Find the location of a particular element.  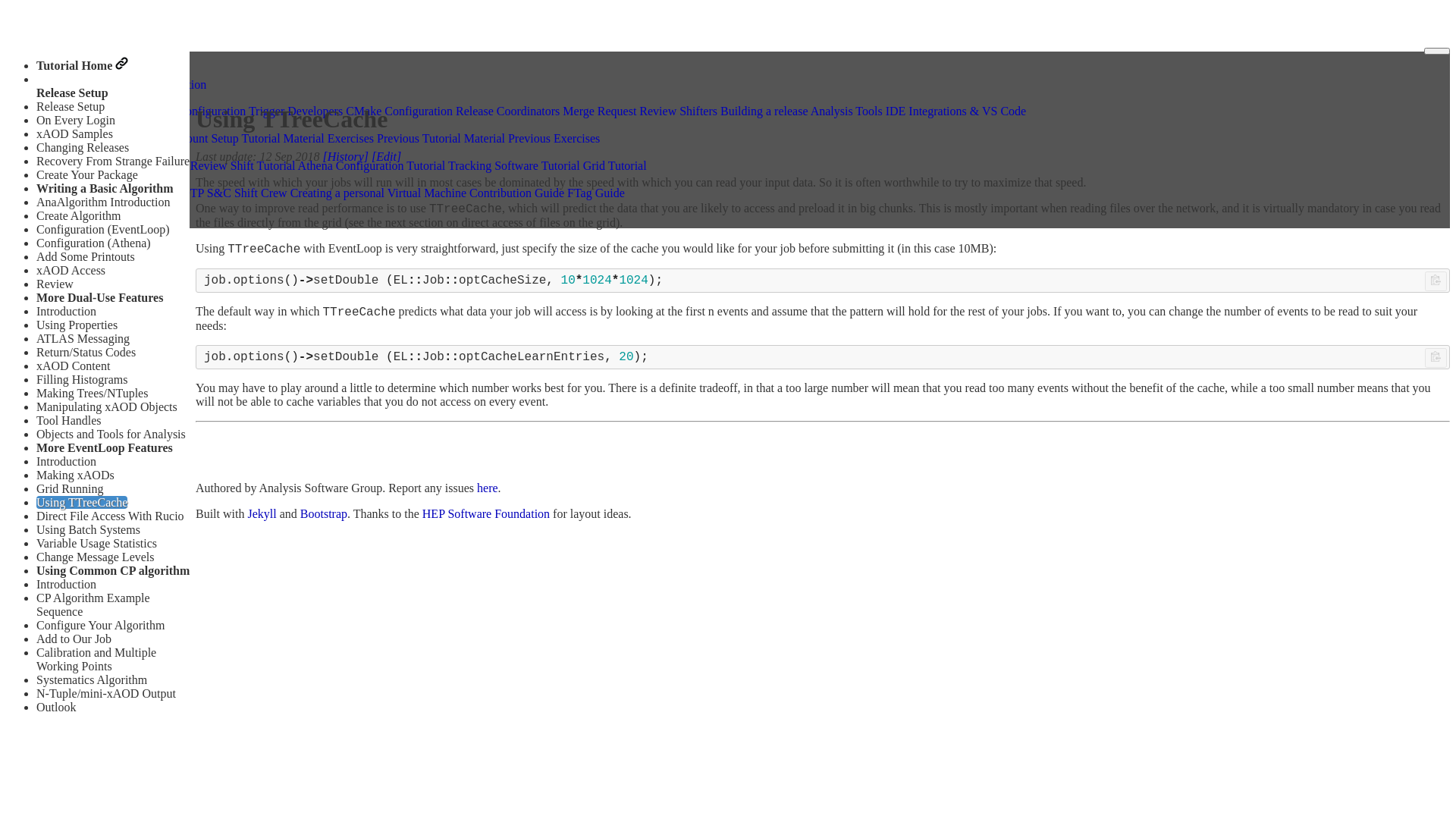

'Athena Developers' is located at coordinates (89, 110).